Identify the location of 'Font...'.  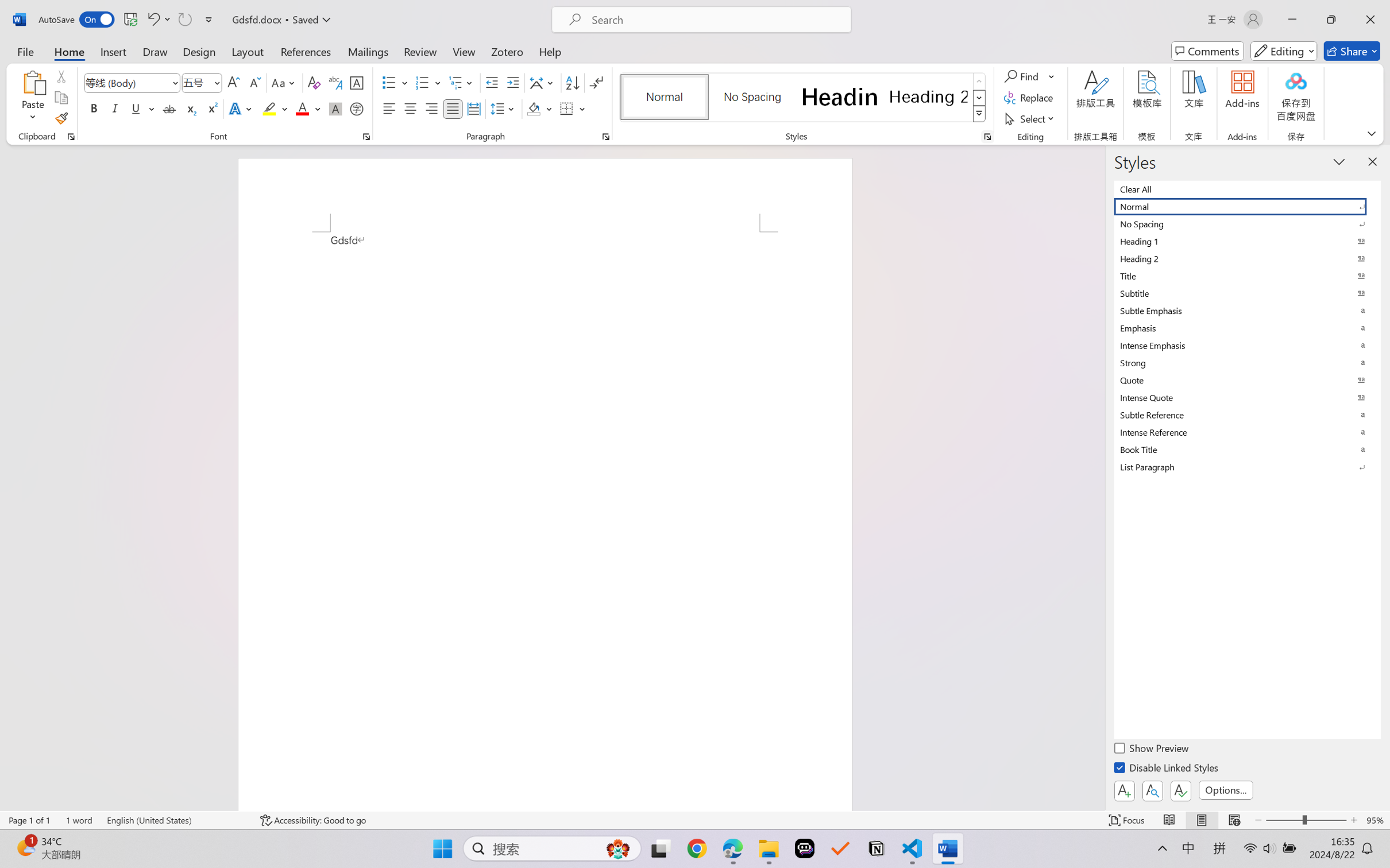
(366, 136).